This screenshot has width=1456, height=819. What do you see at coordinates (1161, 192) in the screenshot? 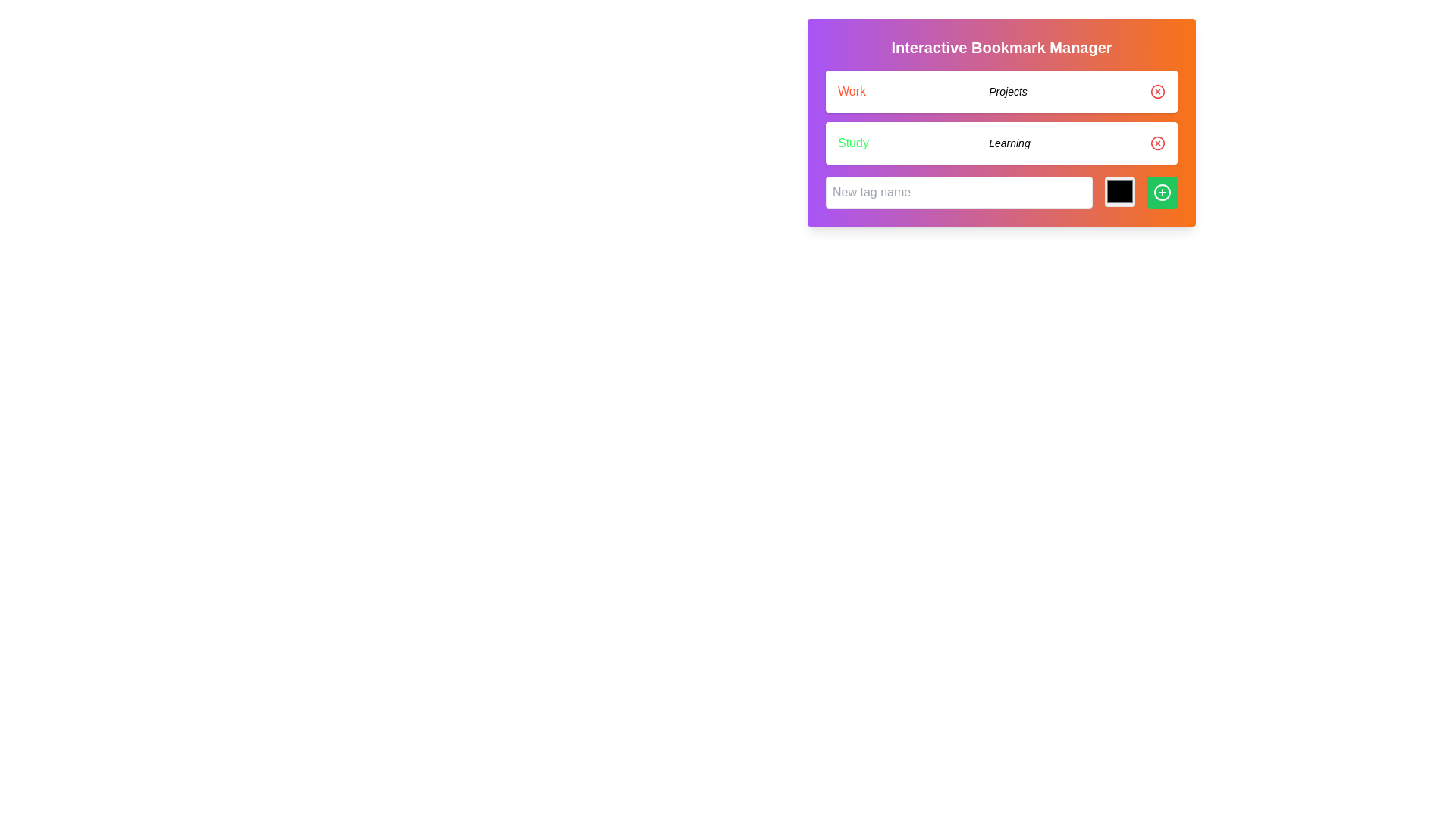
I see `the circular plus icon with a green background located at the bottom right corner of the interactive panel` at bounding box center [1161, 192].